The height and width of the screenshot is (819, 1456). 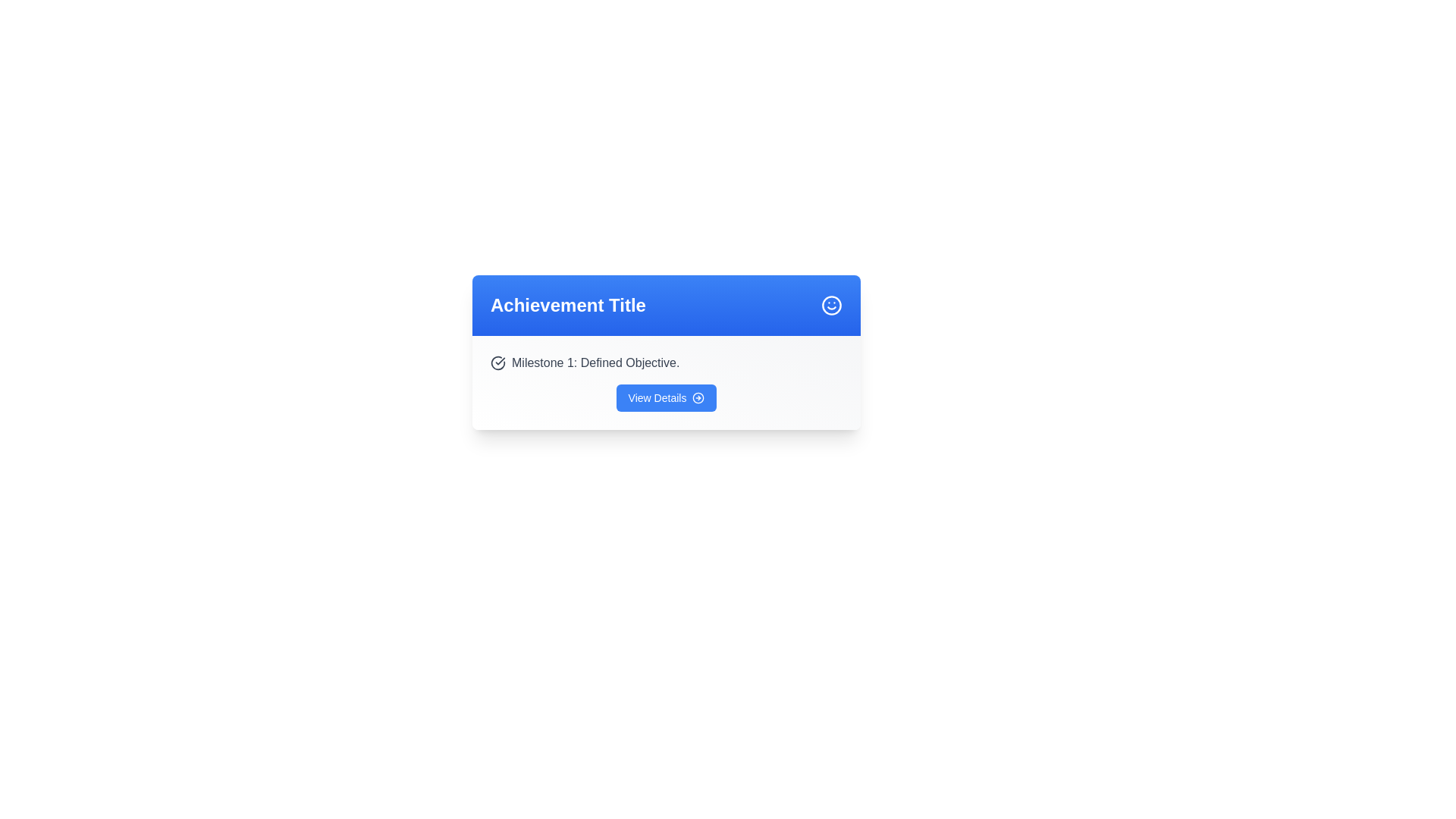 What do you see at coordinates (498, 362) in the screenshot?
I see `the circular checkmark icon located to the left of the text 'Milestone 1: Defined Objective'` at bounding box center [498, 362].